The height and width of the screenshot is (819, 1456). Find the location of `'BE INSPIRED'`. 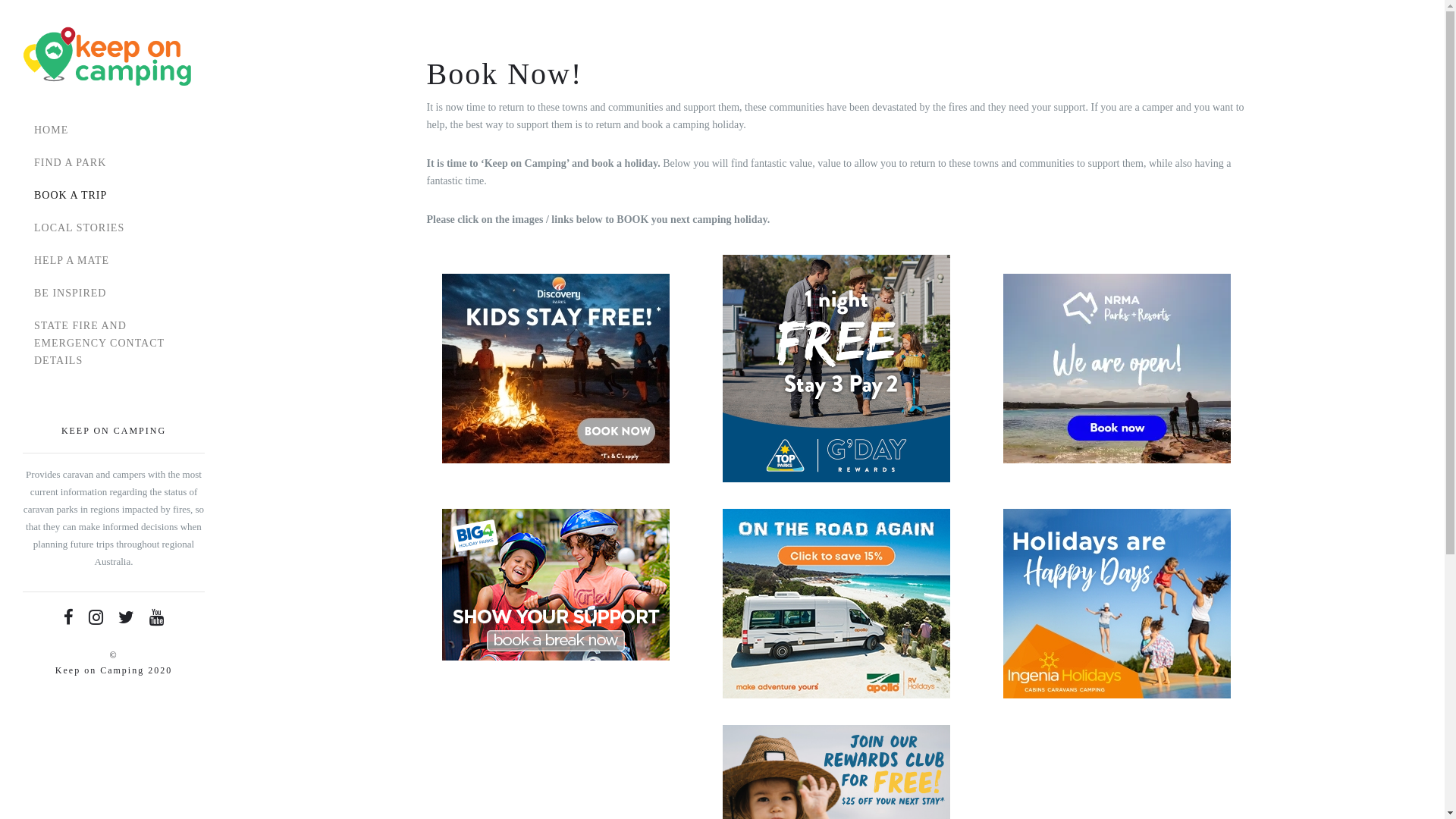

'BE INSPIRED' is located at coordinates (112, 293).